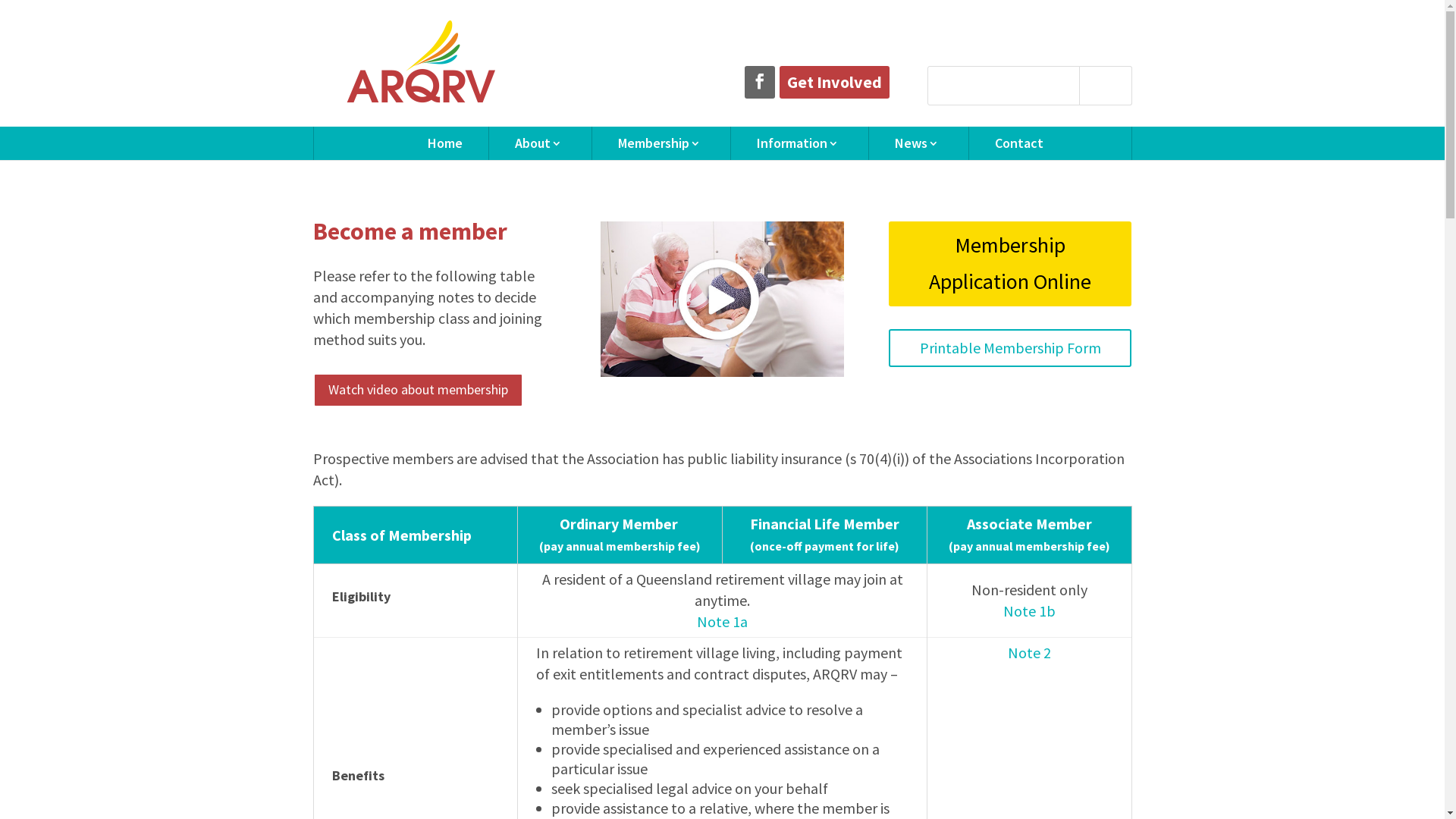 The height and width of the screenshot is (819, 1456). Describe the element at coordinates (1029, 651) in the screenshot. I see `'Note 2'` at that location.